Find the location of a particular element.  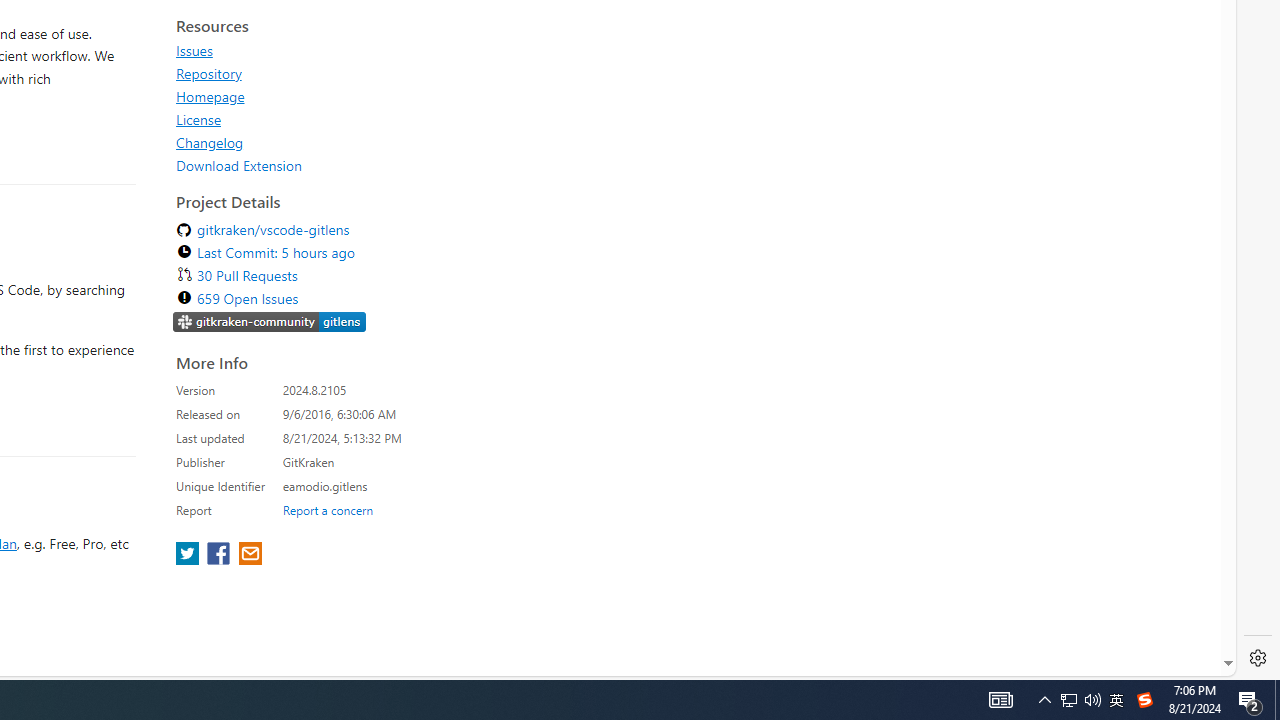

'Issues' is located at coordinates (194, 49).